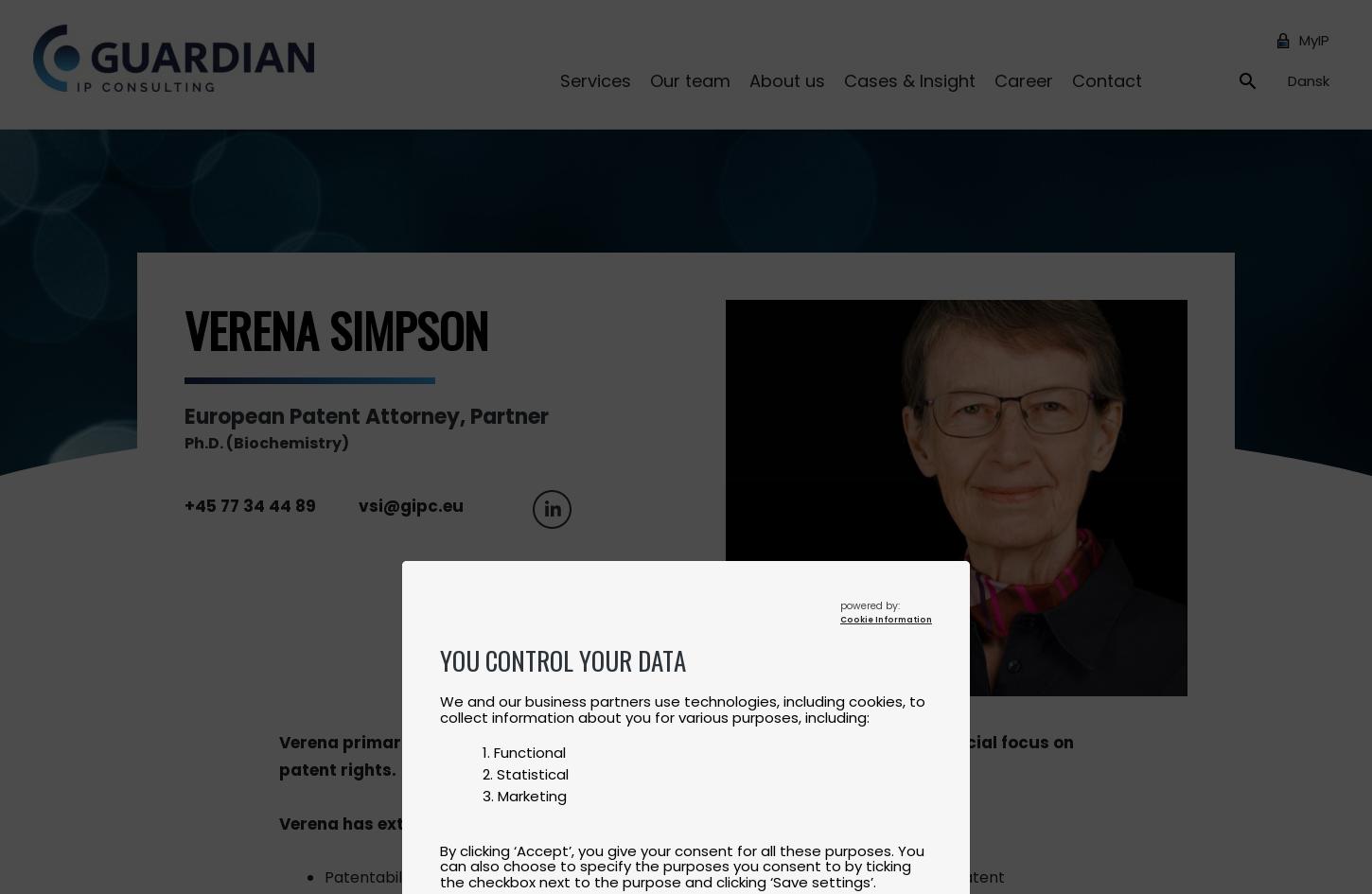 The width and height of the screenshot is (1372, 894). I want to click on 'vsi@gipc.eu', so click(357, 504).